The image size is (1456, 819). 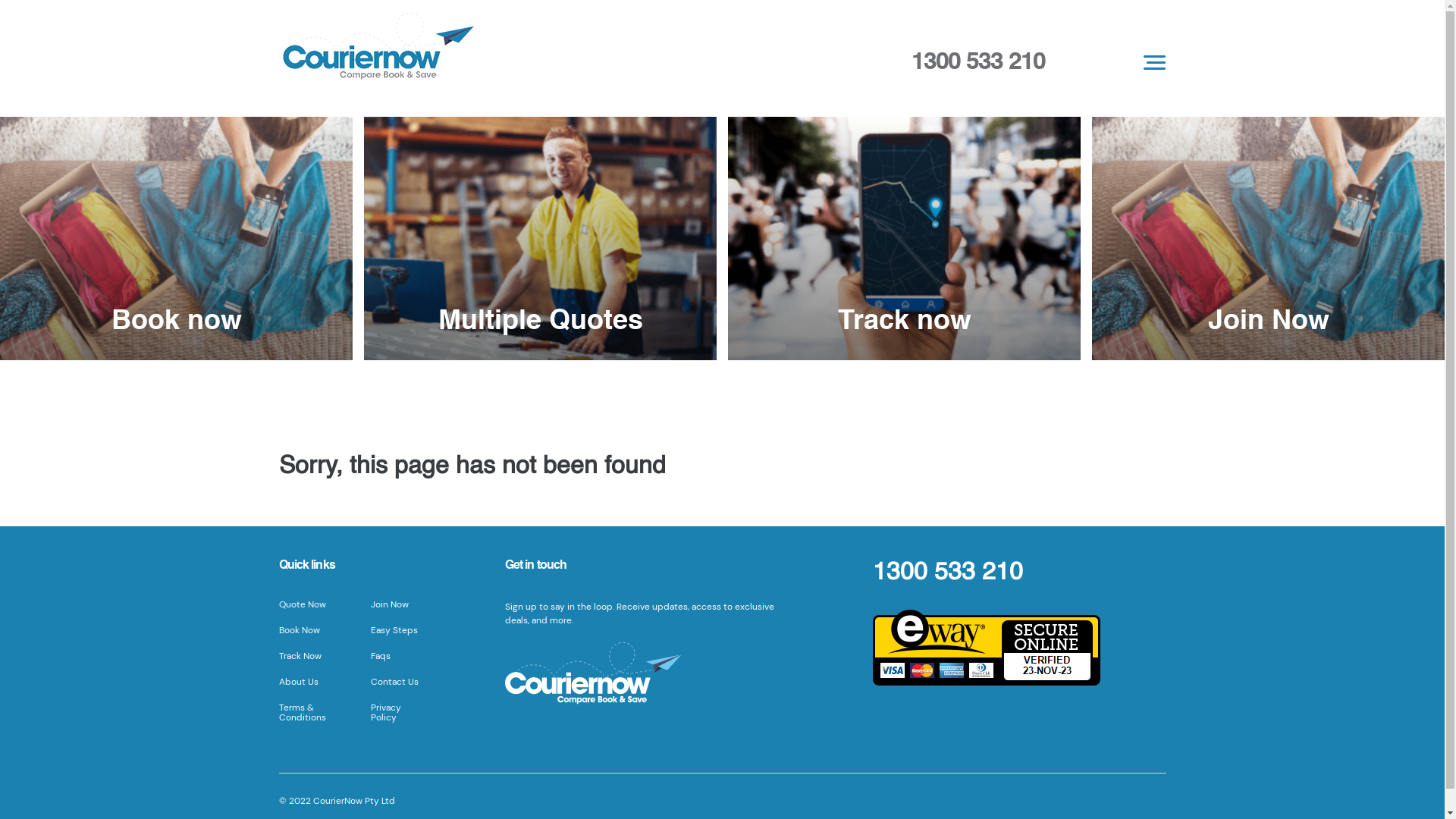 I want to click on 'Join Now', so click(x=1268, y=238).